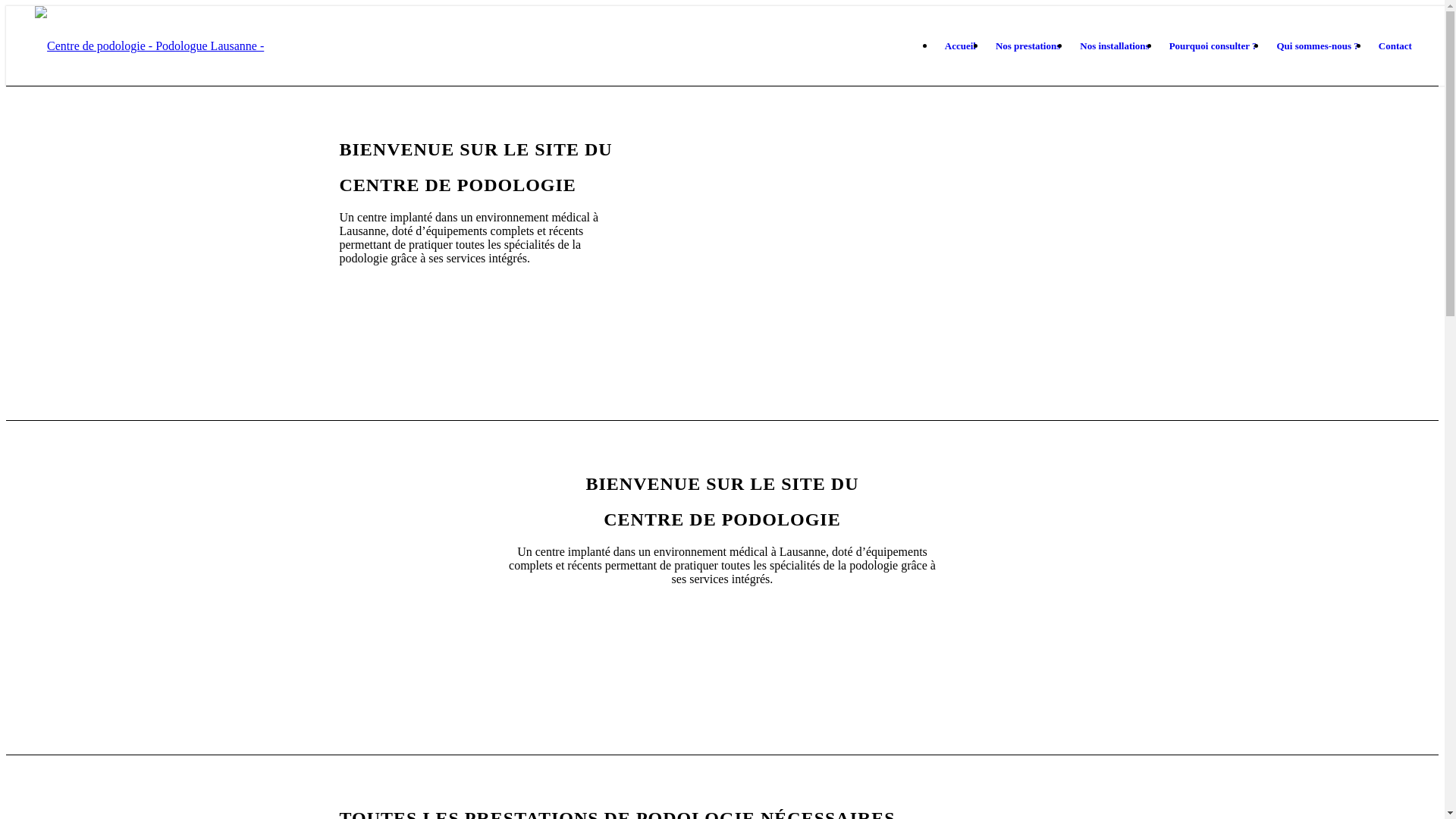  Describe the element at coordinates (1114, 45) in the screenshot. I see `'Nos installations'` at that location.